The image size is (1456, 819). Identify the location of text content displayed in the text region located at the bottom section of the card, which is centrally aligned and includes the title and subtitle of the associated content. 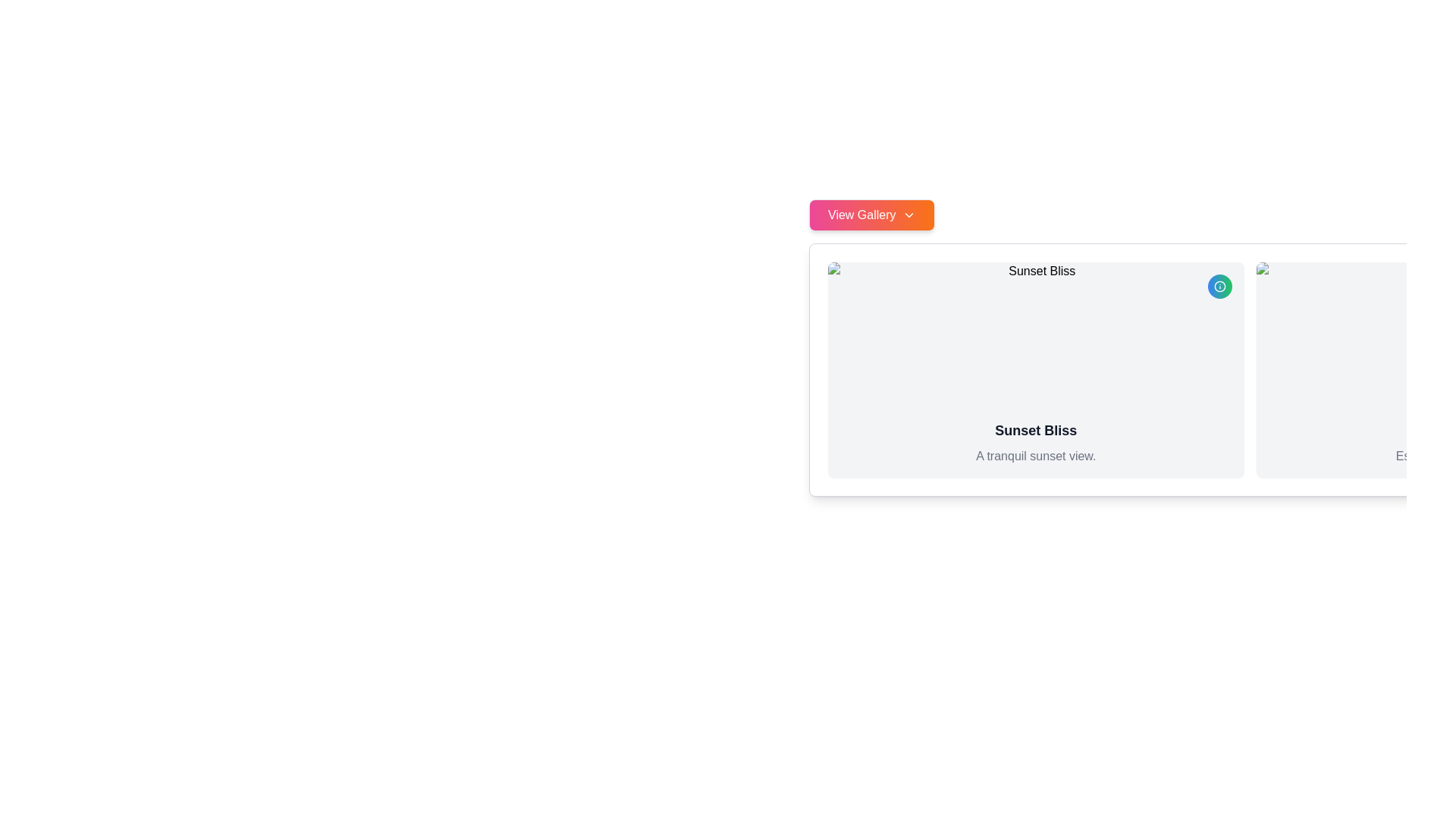
(1035, 442).